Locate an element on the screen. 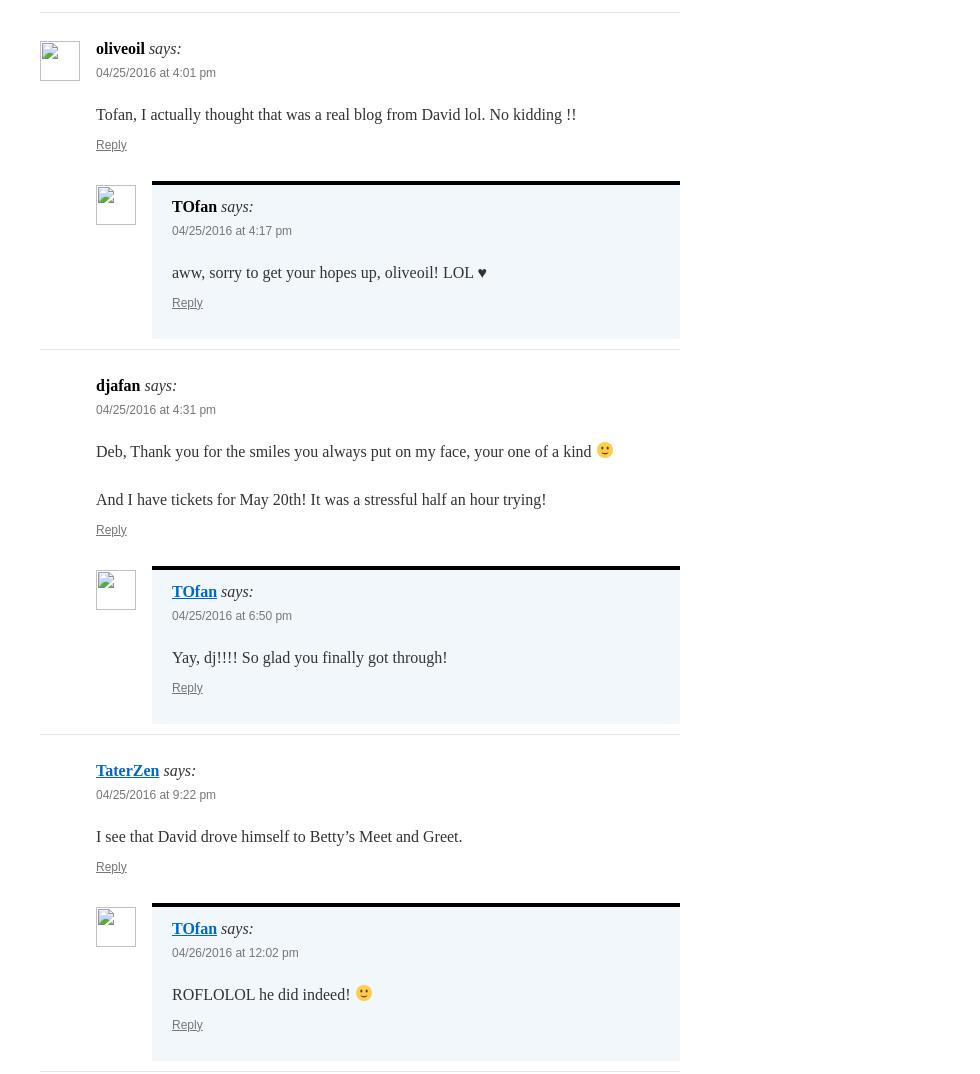 The height and width of the screenshot is (1074, 980). 'aww, sorry to get your hopes up, oliveoil! LOL ♥' is located at coordinates (171, 271).